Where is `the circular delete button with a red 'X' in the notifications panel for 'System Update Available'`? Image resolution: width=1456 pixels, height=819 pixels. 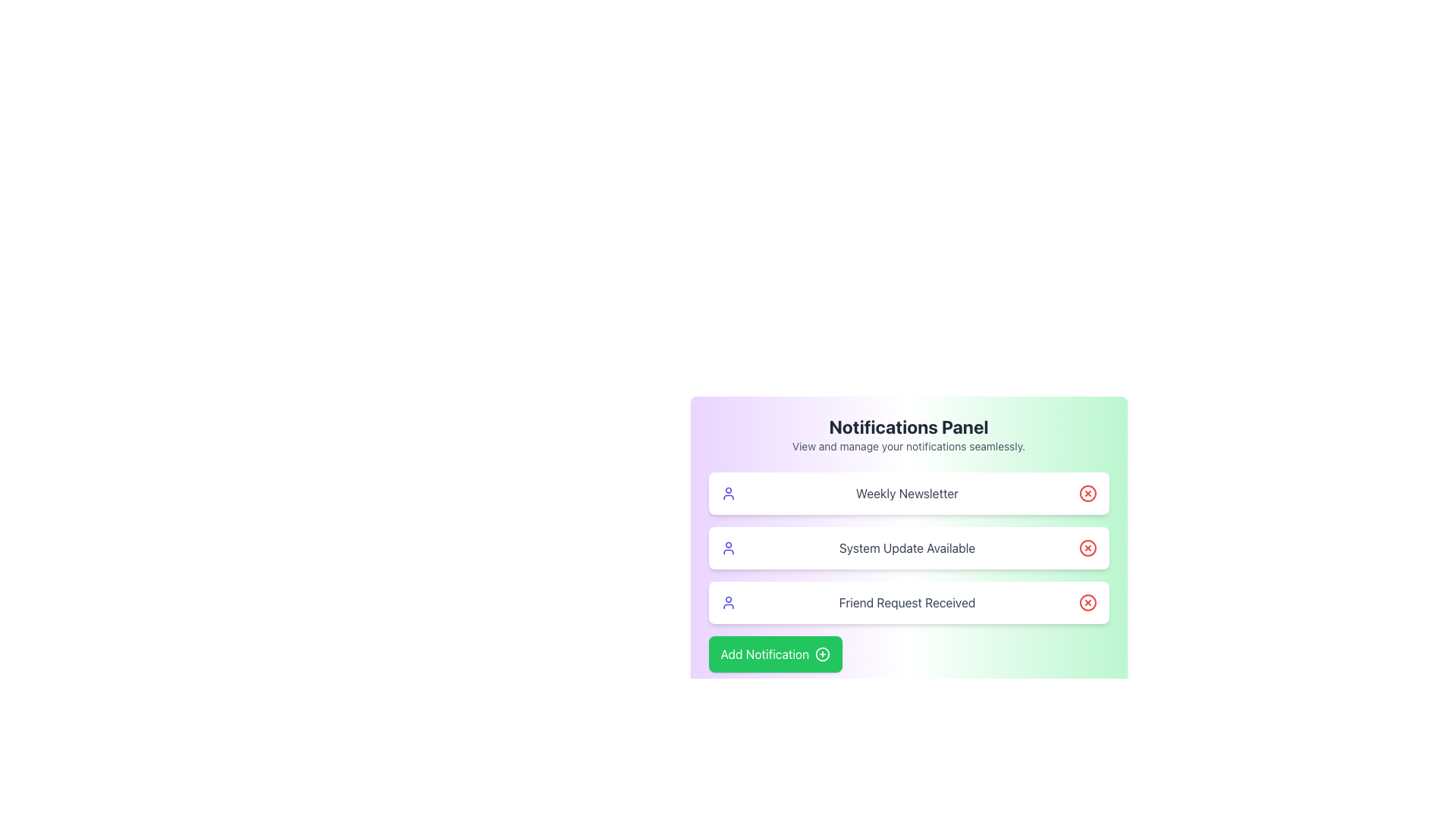
the circular delete button with a red 'X' in the notifications panel for 'System Update Available' is located at coordinates (1087, 548).